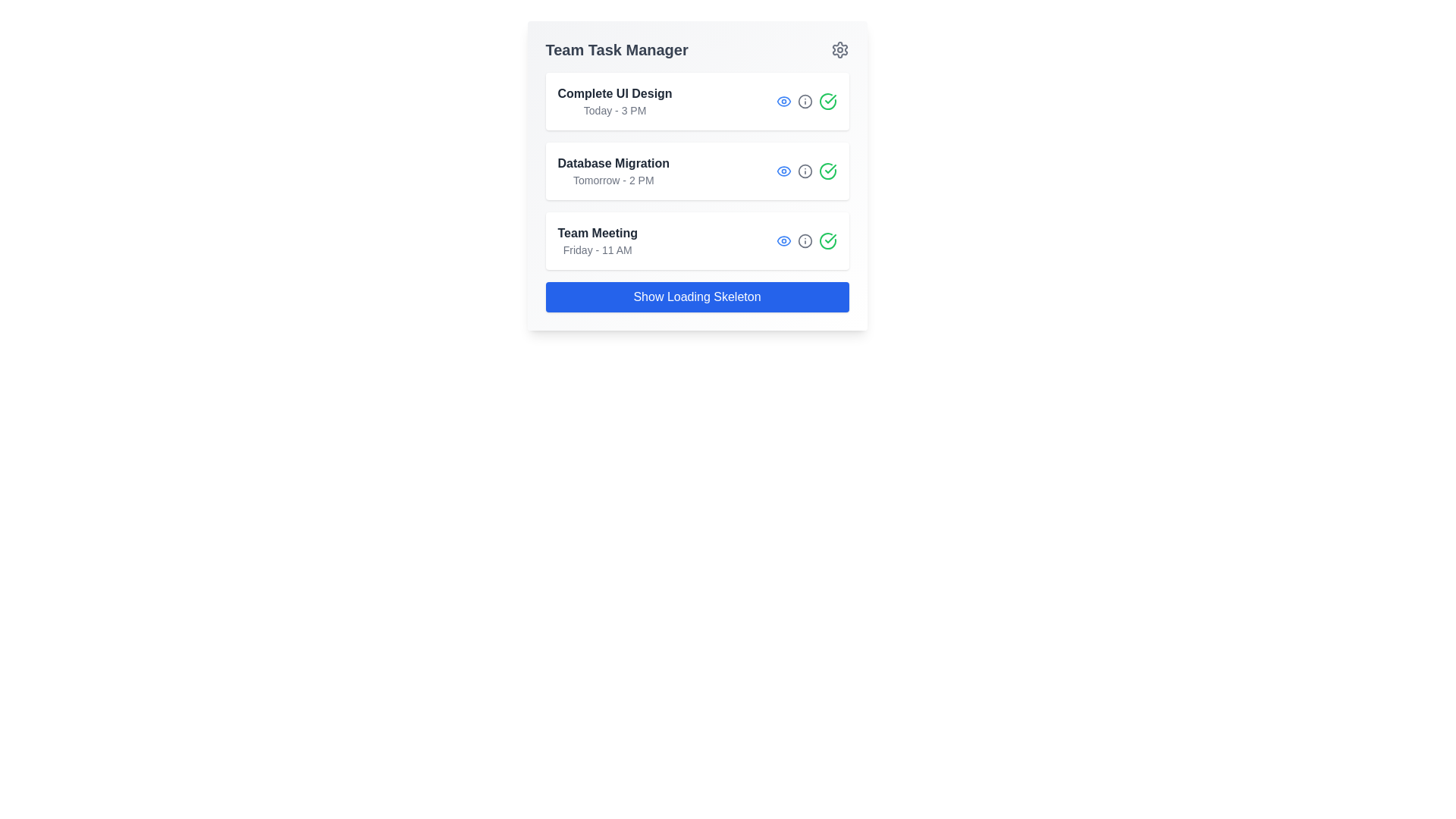 The height and width of the screenshot is (819, 1456). I want to click on the blue eye icon in the second row of the task listing beside 'Database Migration', so click(783, 171).